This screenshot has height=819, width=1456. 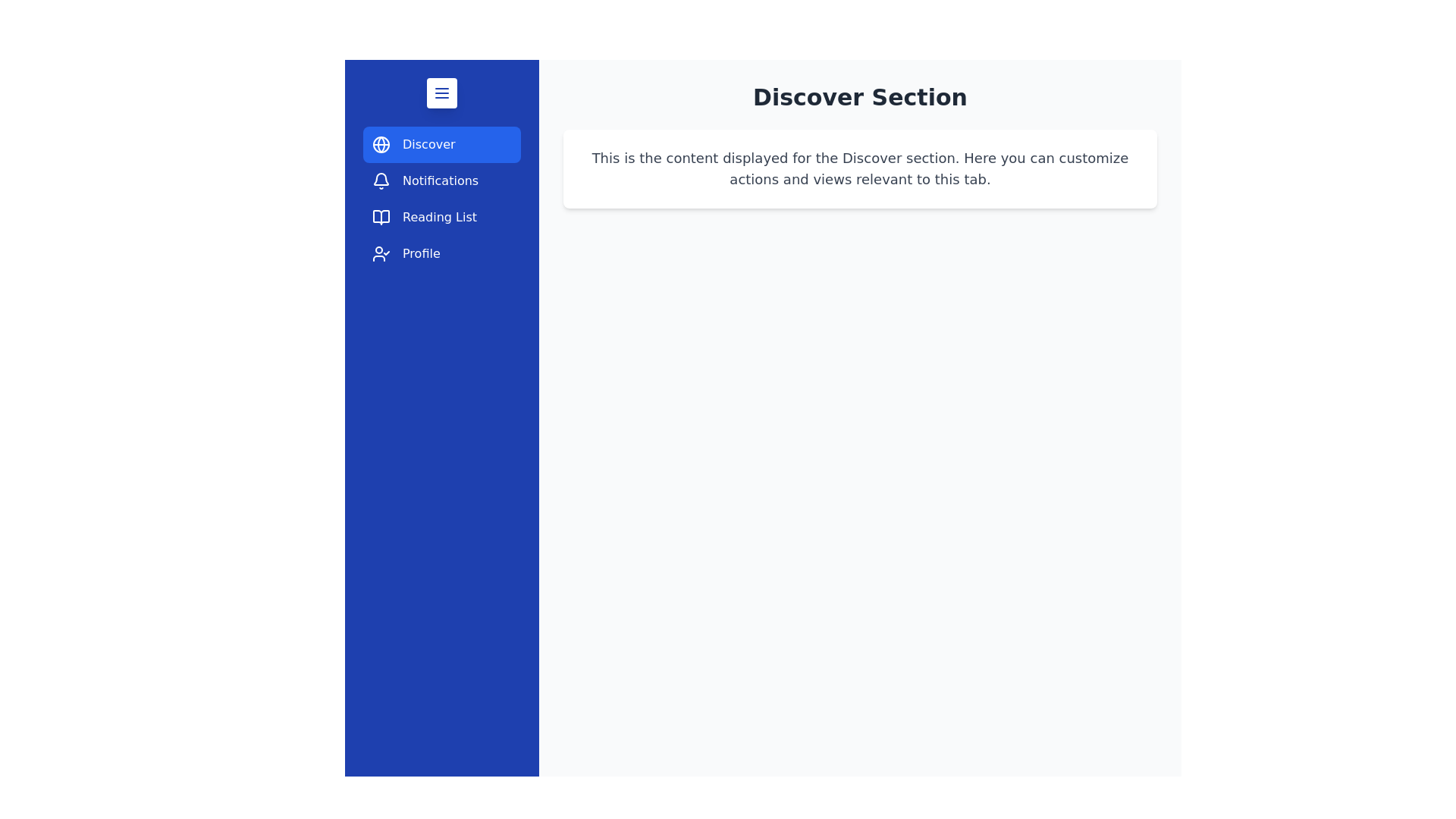 I want to click on the drawer toggle button to toggle its open/closed state, so click(x=441, y=93).